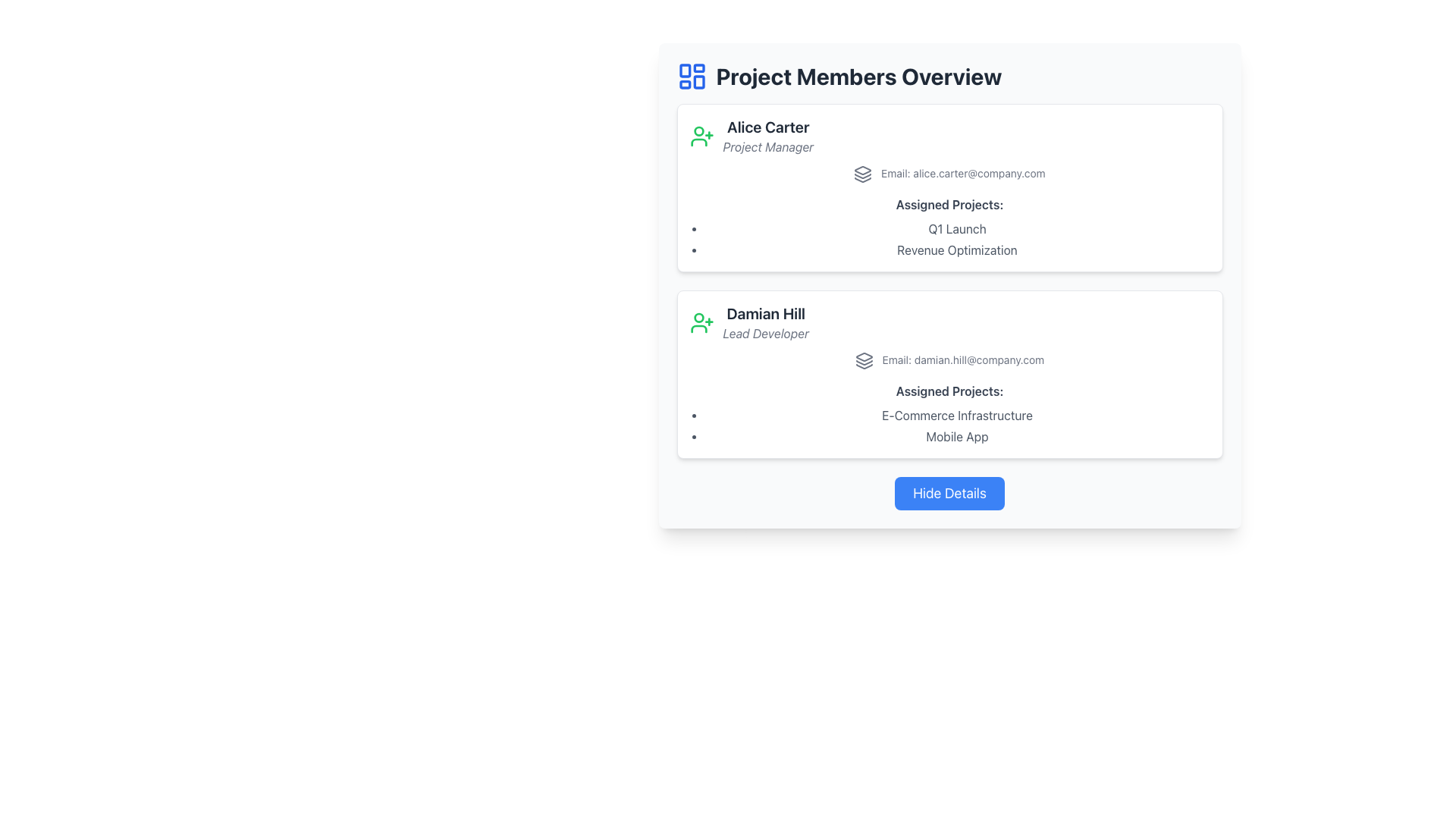 The height and width of the screenshot is (819, 1456). What do you see at coordinates (698, 328) in the screenshot?
I see `the curved line styled to resemble the bottom part of the user icon representing the profile of 'Damian Hill' within the SVG graphic in the second user card` at bounding box center [698, 328].